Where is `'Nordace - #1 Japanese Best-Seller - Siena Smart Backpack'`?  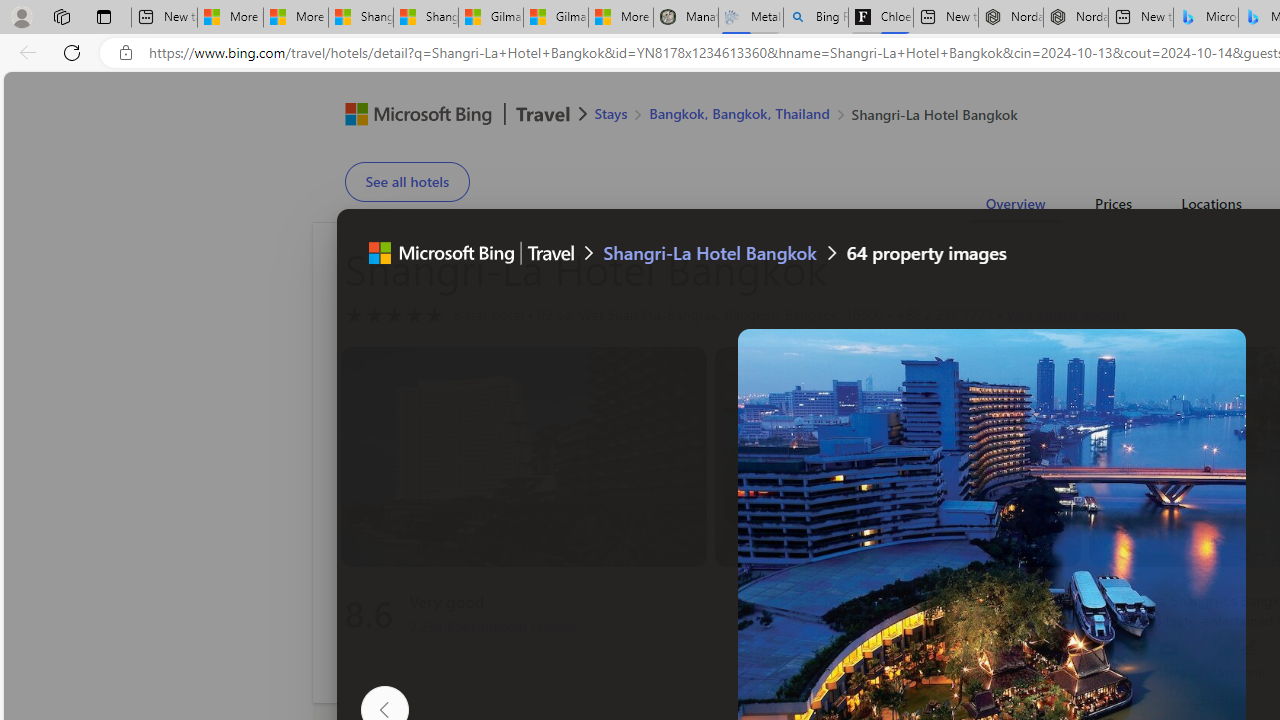 'Nordace - #1 Japanese Best-Seller - Siena Smart Backpack' is located at coordinates (1075, 17).